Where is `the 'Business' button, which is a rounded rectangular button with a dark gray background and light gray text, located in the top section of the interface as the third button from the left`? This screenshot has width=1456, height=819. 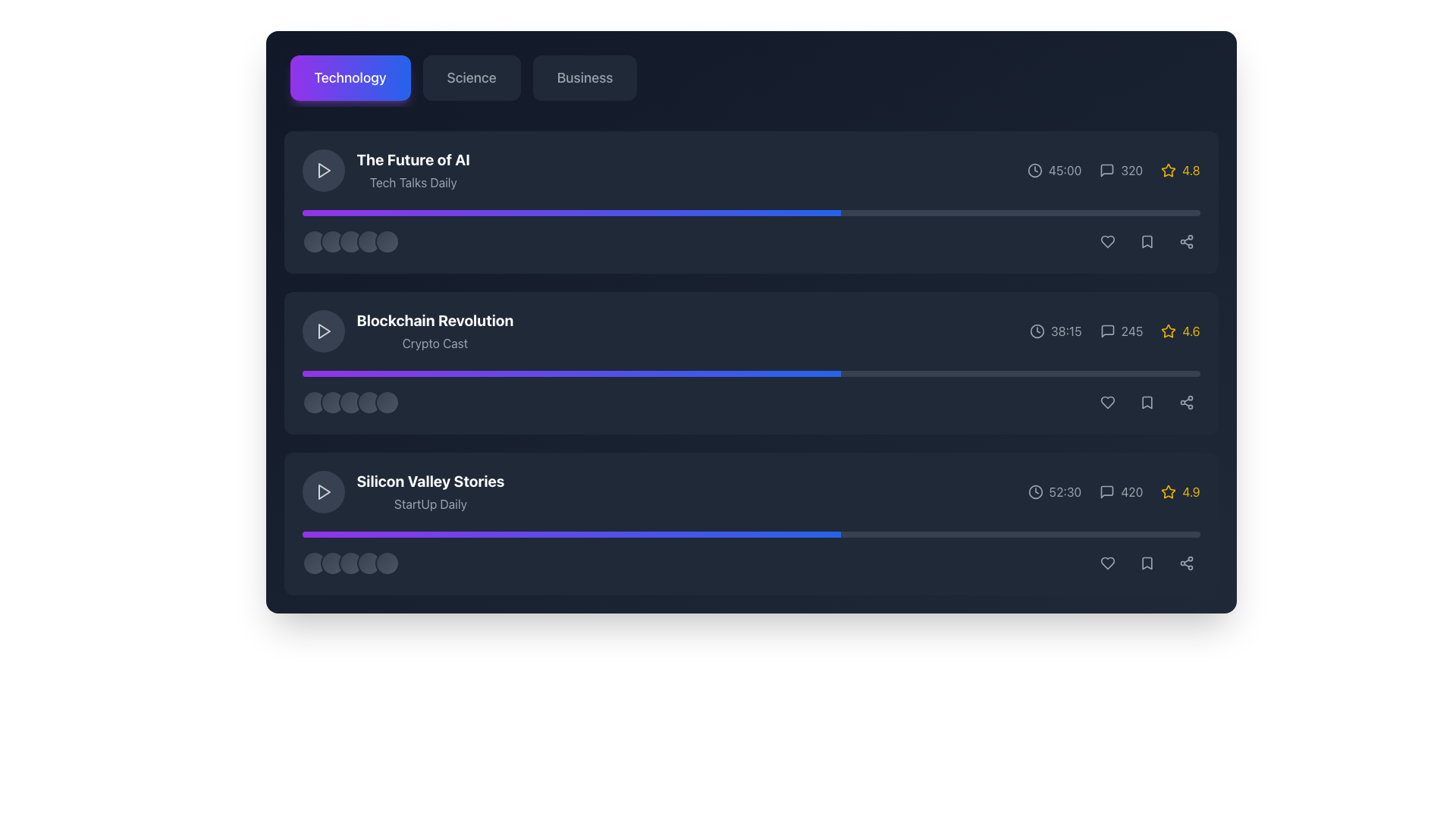
the 'Business' button, which is a rounded rectangular button with a dark gray background and light gray text, located in the top section of the interface as the third button from the left is located at coordinates (584, 78).